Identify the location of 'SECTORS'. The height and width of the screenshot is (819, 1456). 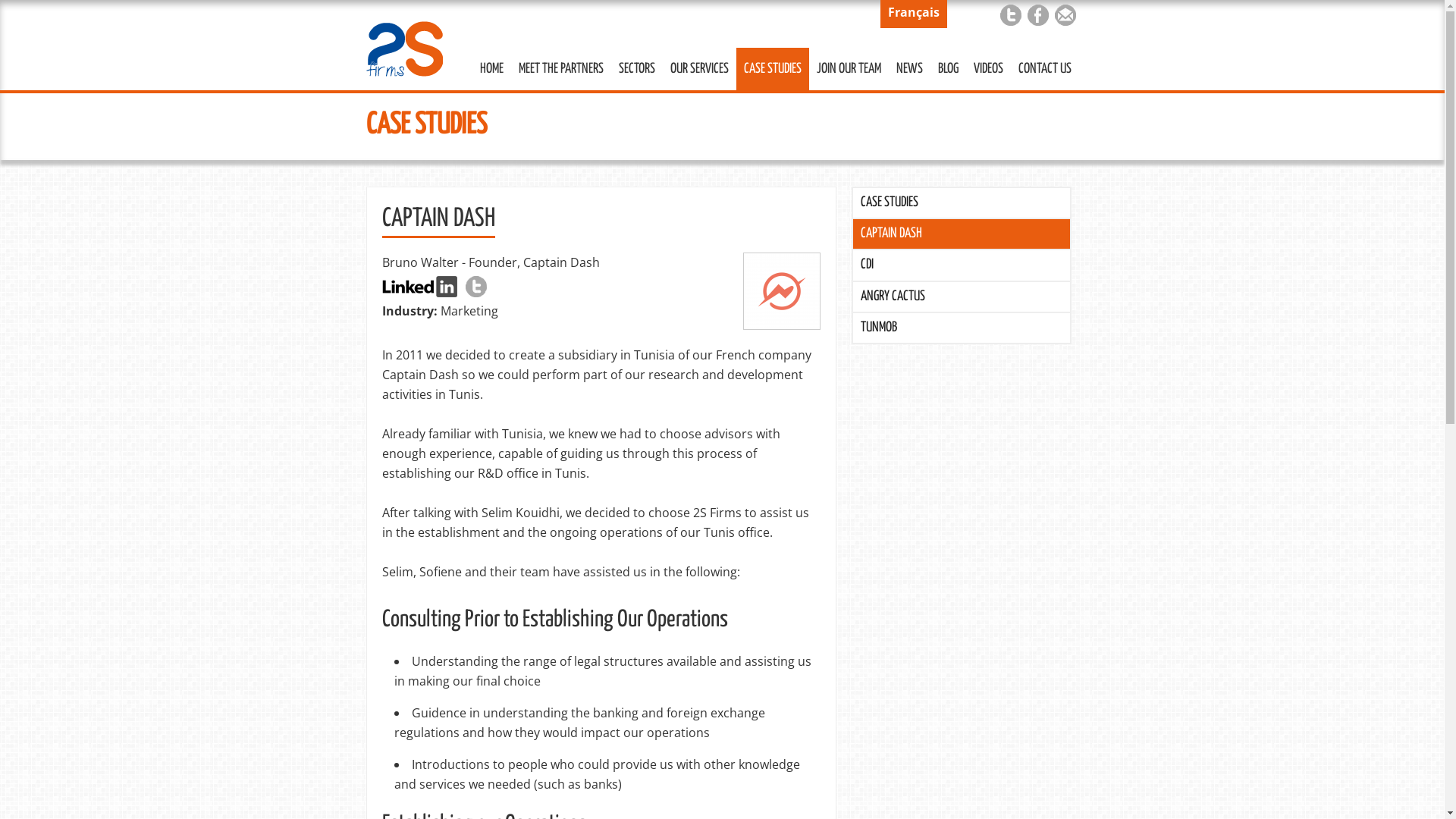
(637, 69).